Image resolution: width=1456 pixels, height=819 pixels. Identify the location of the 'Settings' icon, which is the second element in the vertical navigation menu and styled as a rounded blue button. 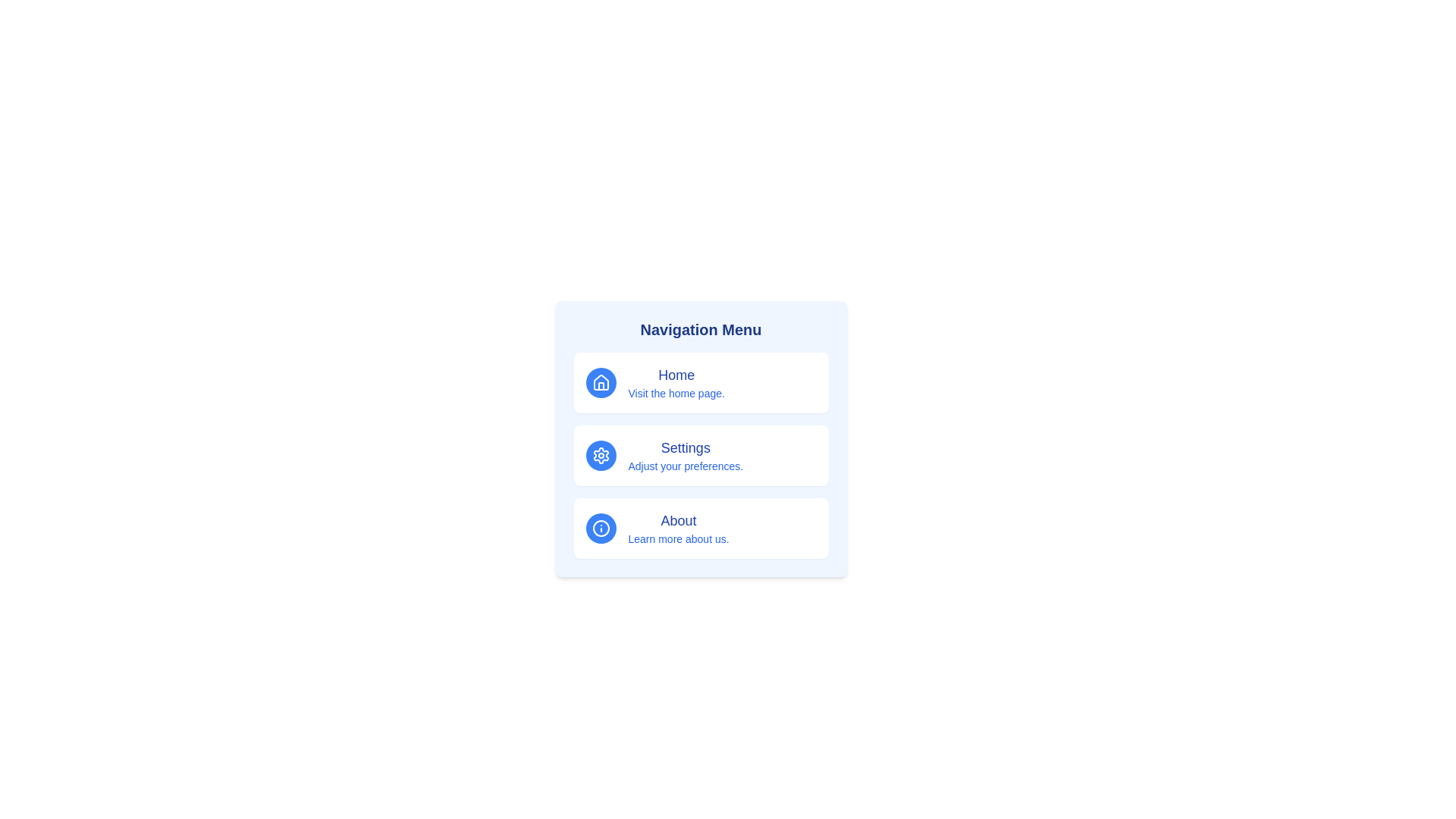
(600, 455).